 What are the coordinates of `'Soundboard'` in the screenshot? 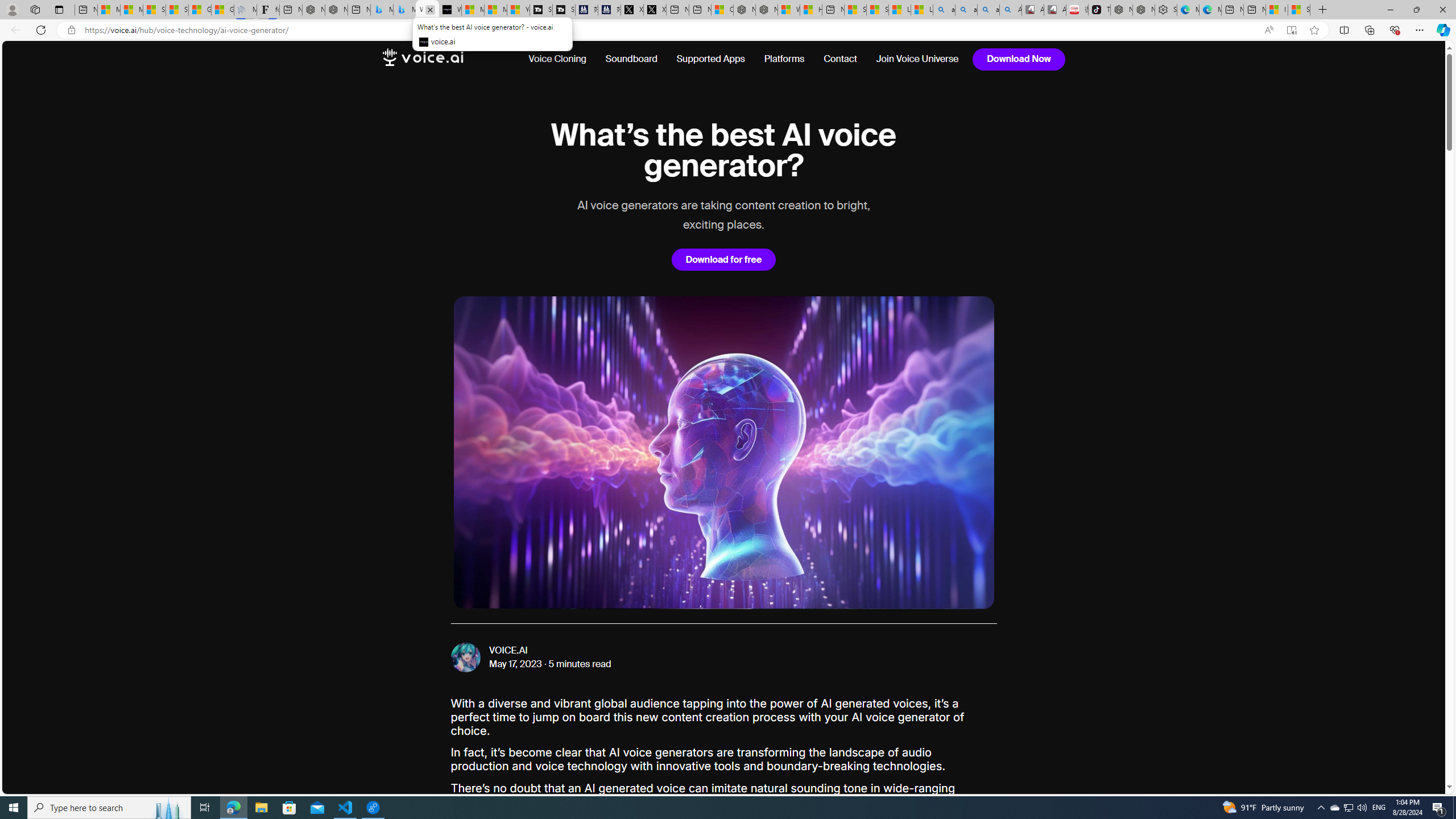 It's located at (630, 59).